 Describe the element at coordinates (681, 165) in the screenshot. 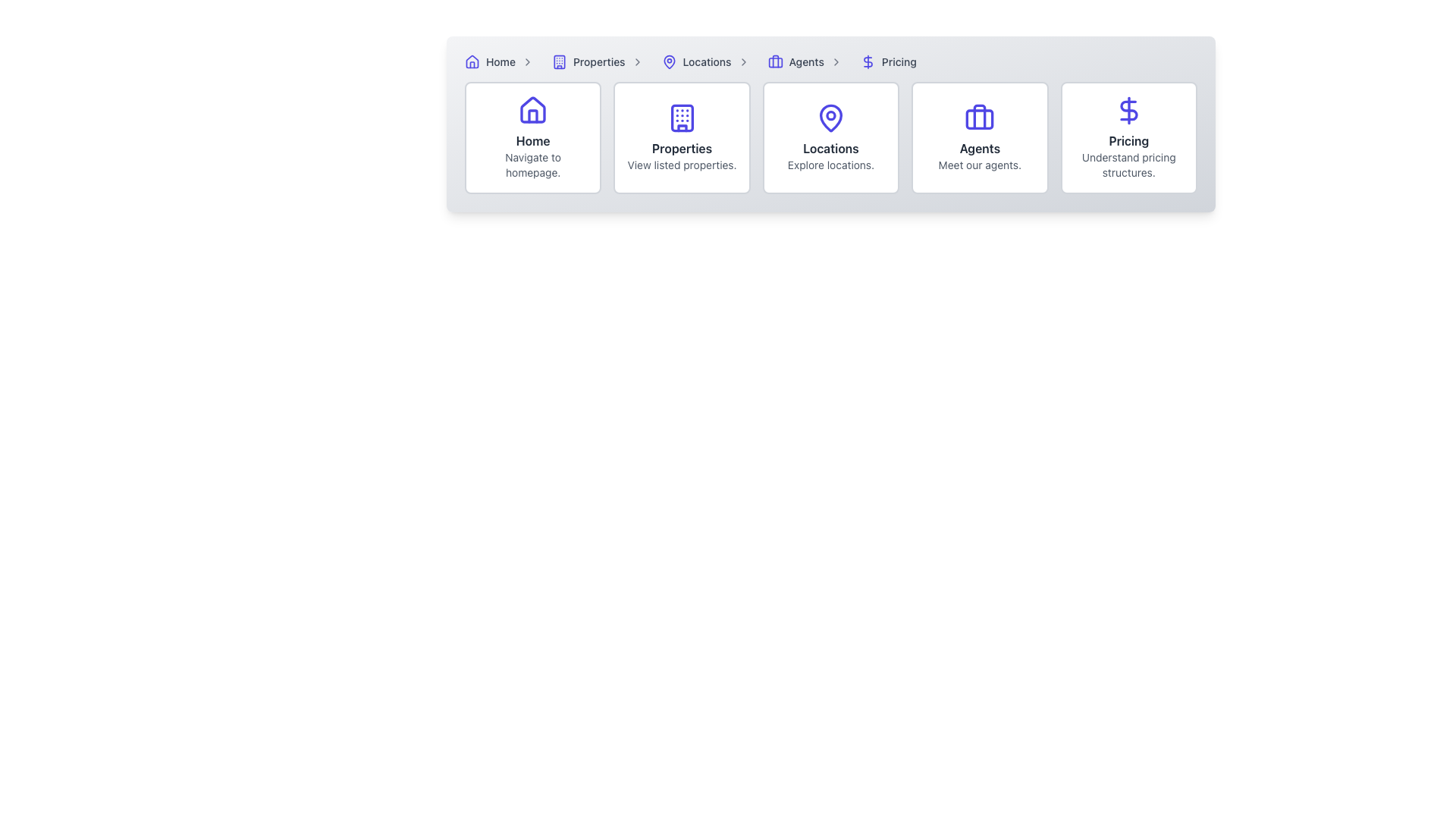

I see `the second line of static text in the 'Properties' card that provides additional information to users` at that location.